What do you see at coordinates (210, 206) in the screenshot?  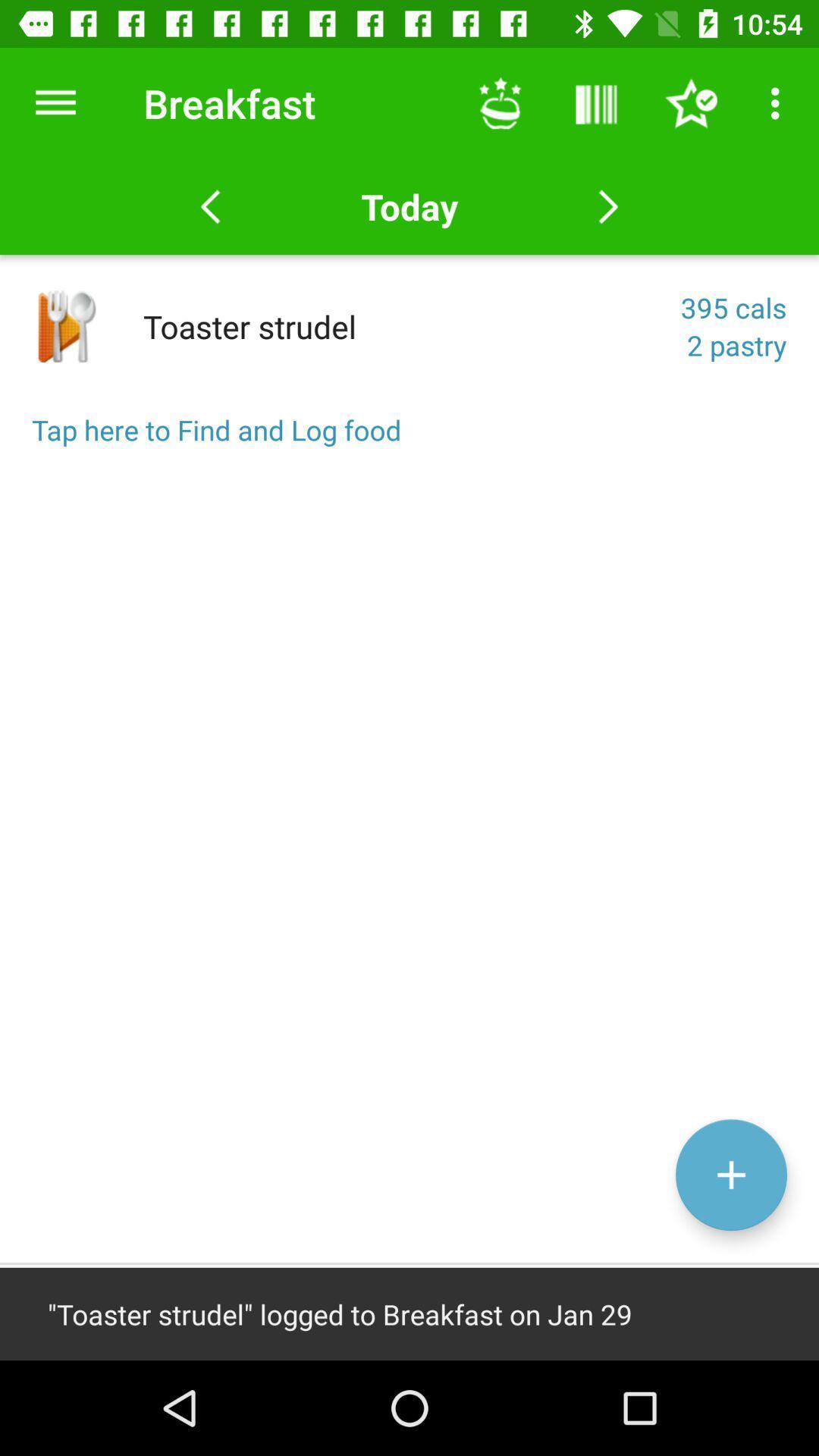 I see `the arrow_backward icon` at bounding box center [210, 206].